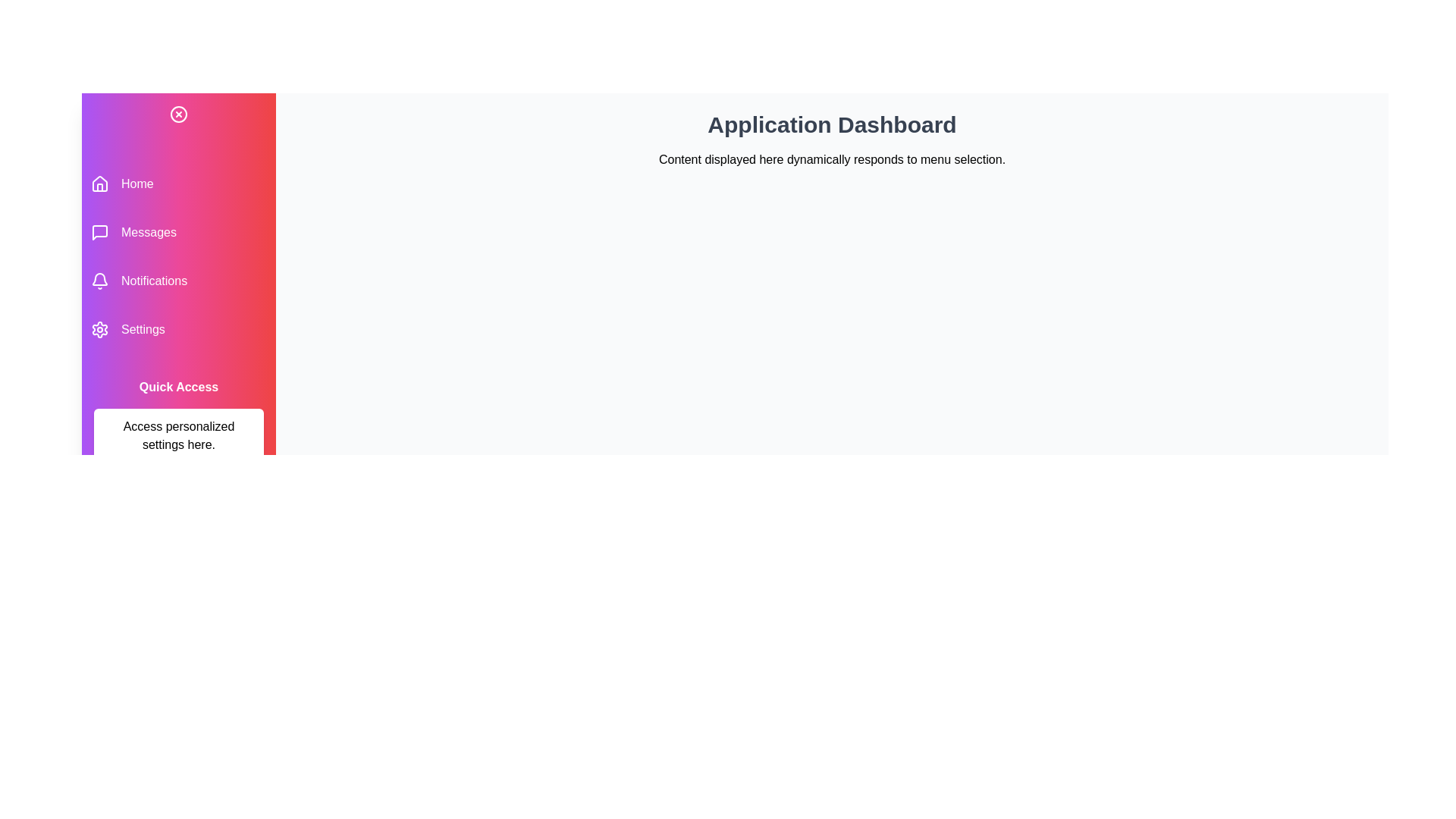 The image size is (1456, 819). I want to click on toggle button at the top left of the sidebar to toggle its state, so click(178, 113).